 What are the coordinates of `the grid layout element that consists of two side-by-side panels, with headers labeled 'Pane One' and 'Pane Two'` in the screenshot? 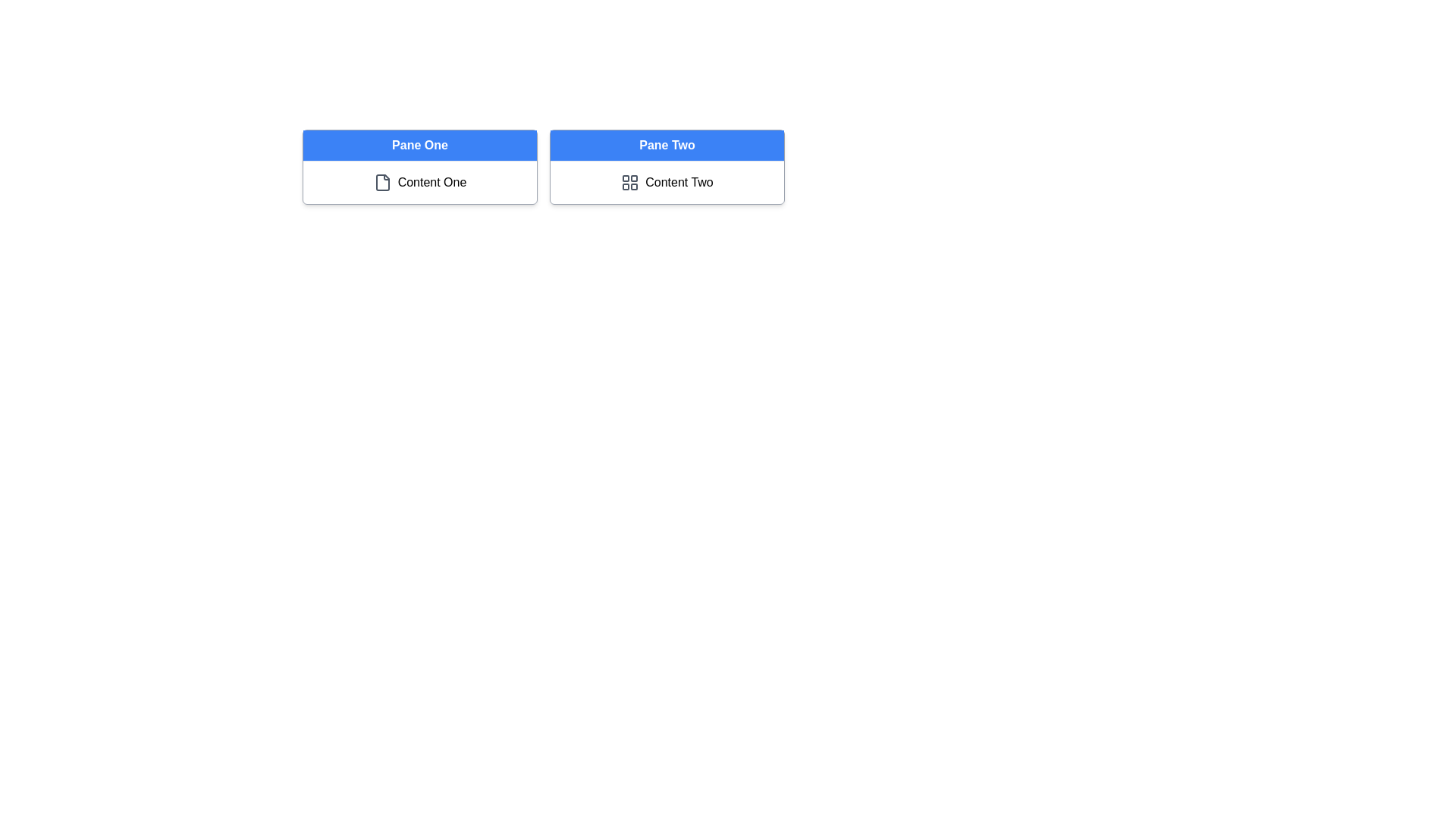 It's located at (543, 167).